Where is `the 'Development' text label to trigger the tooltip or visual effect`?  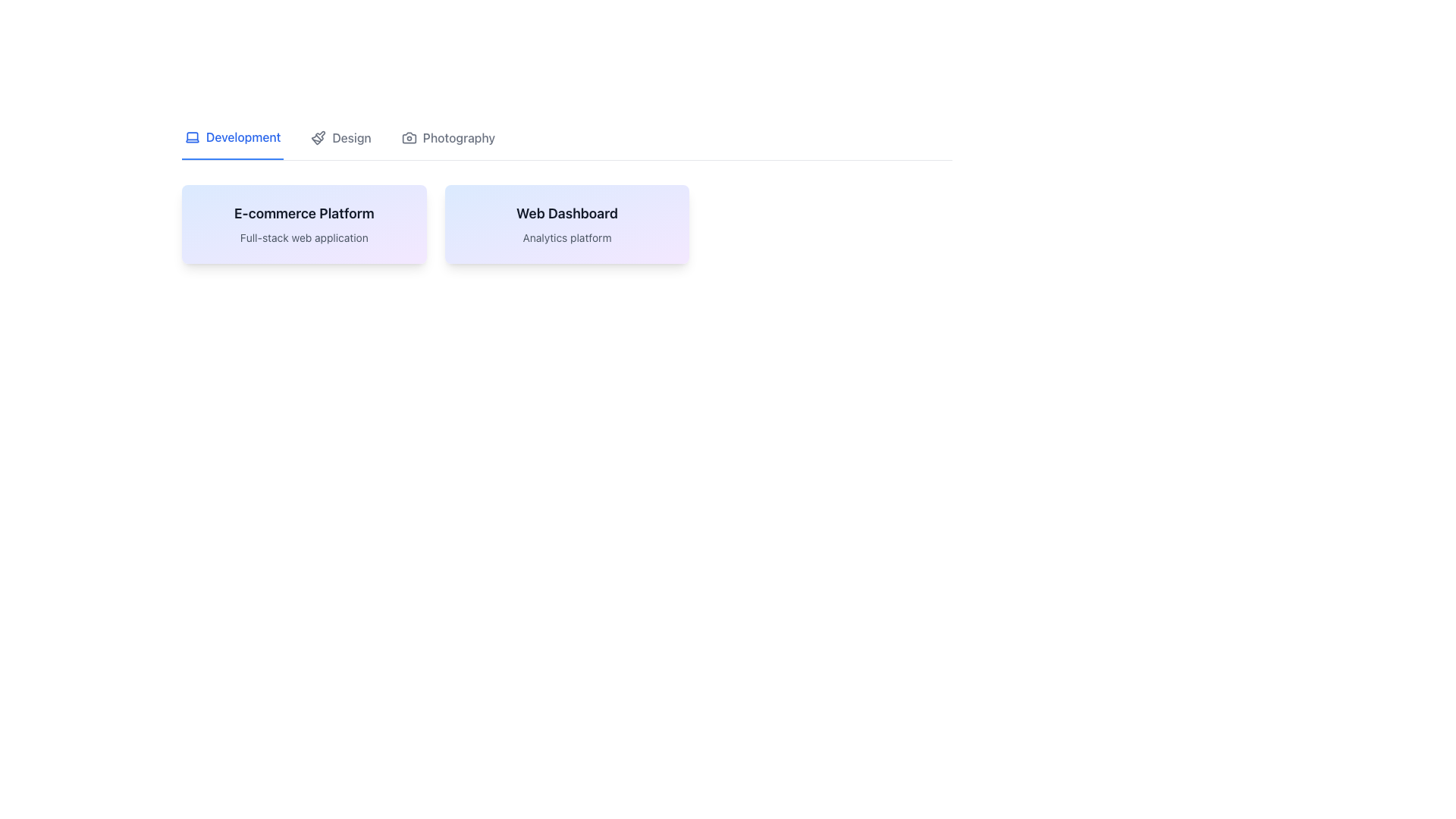
the 'Development' text label to trigger the tooltip or visual effect is located at coordinates (243, 137).